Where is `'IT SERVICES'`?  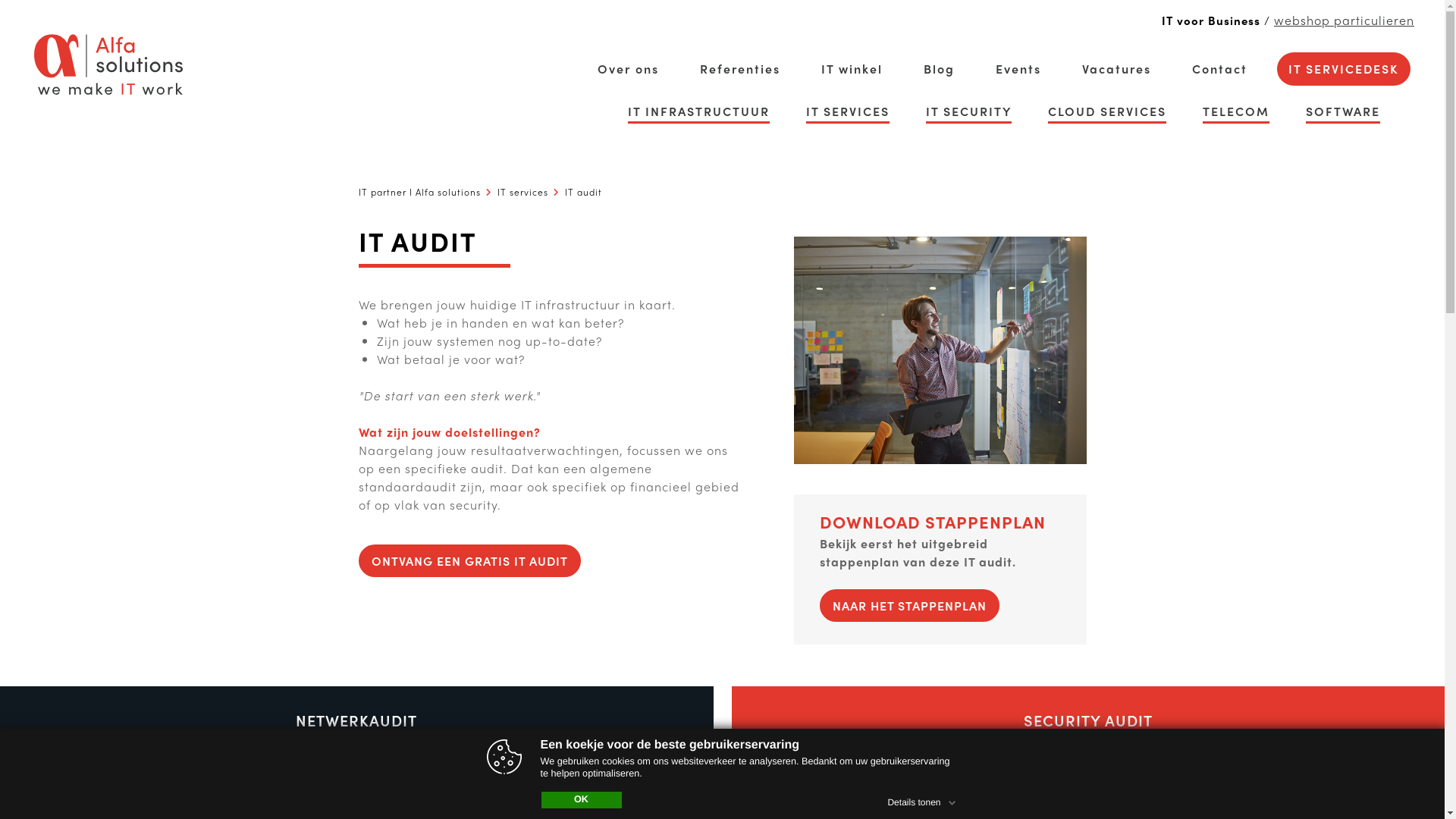
'IT SERVICES' is located at coordinates (847, 110).